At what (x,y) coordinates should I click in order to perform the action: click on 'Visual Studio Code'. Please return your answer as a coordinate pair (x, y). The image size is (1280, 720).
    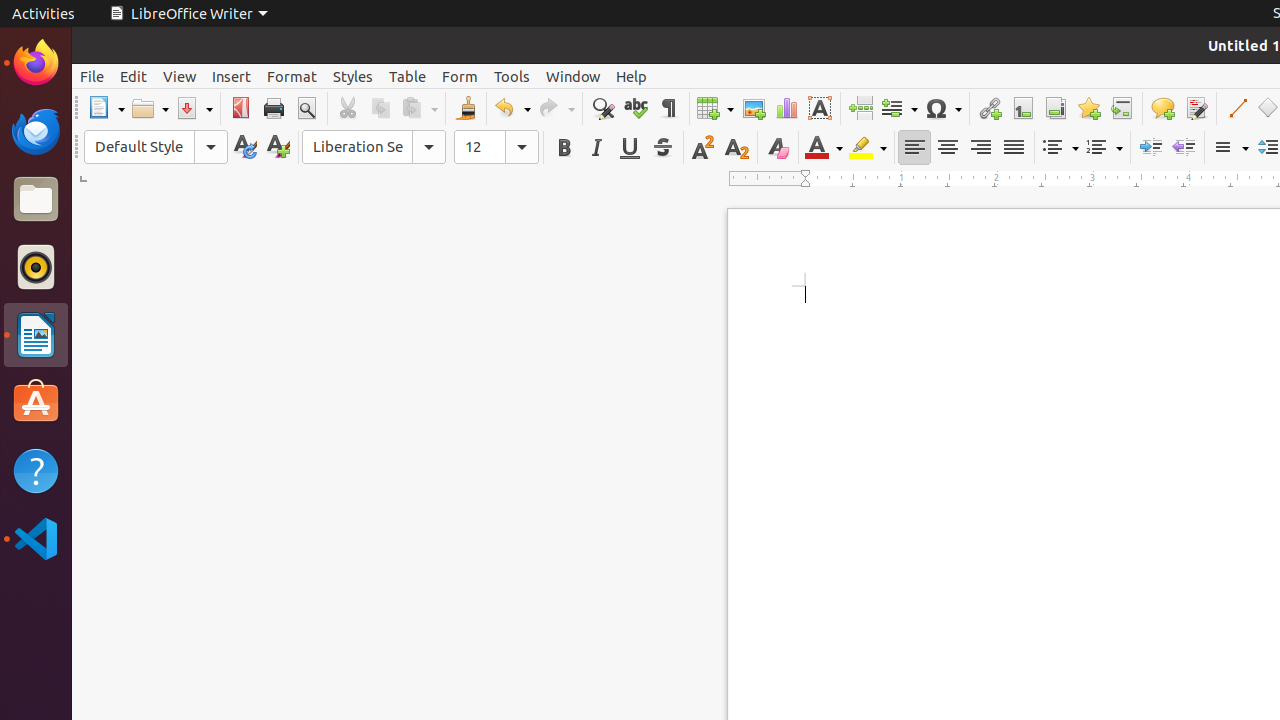
    Looking at the image, I should click on (35, 537).